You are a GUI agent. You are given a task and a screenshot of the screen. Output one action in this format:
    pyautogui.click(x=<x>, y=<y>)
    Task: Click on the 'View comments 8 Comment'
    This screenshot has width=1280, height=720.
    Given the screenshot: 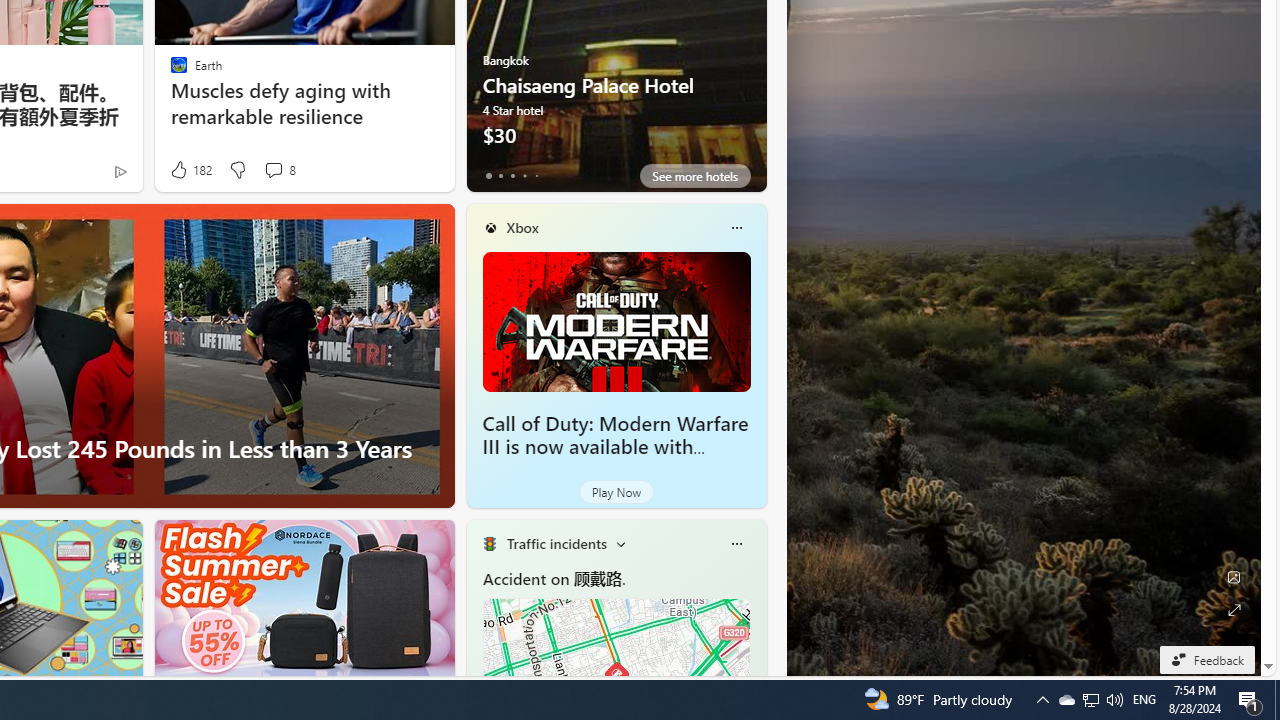 What is the action you would take?
    pyautogui.click(x=272, y=168)
    